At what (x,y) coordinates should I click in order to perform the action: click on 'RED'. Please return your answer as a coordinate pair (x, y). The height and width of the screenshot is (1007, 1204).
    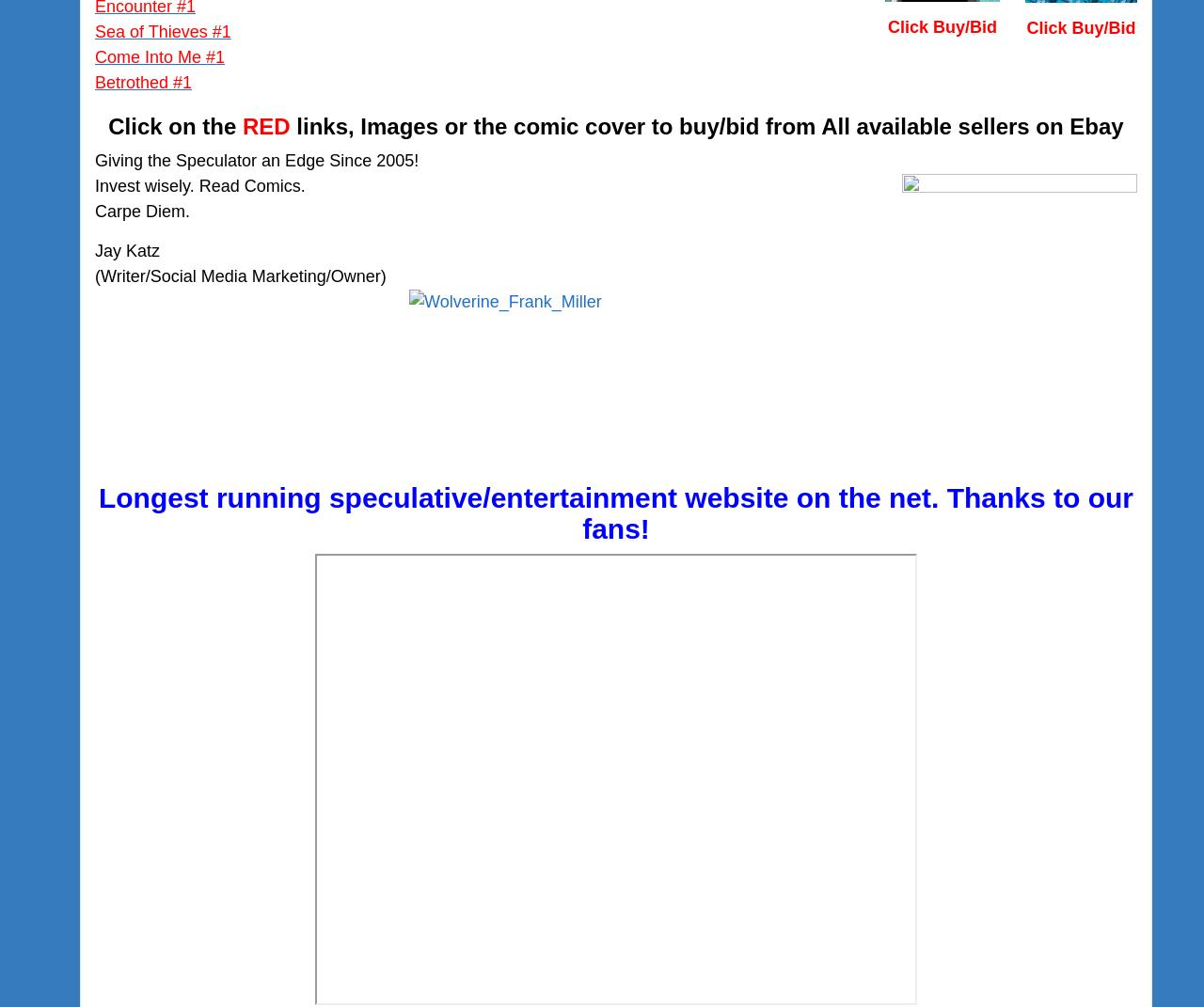
    Looking at the image, I should click on (264, 125).